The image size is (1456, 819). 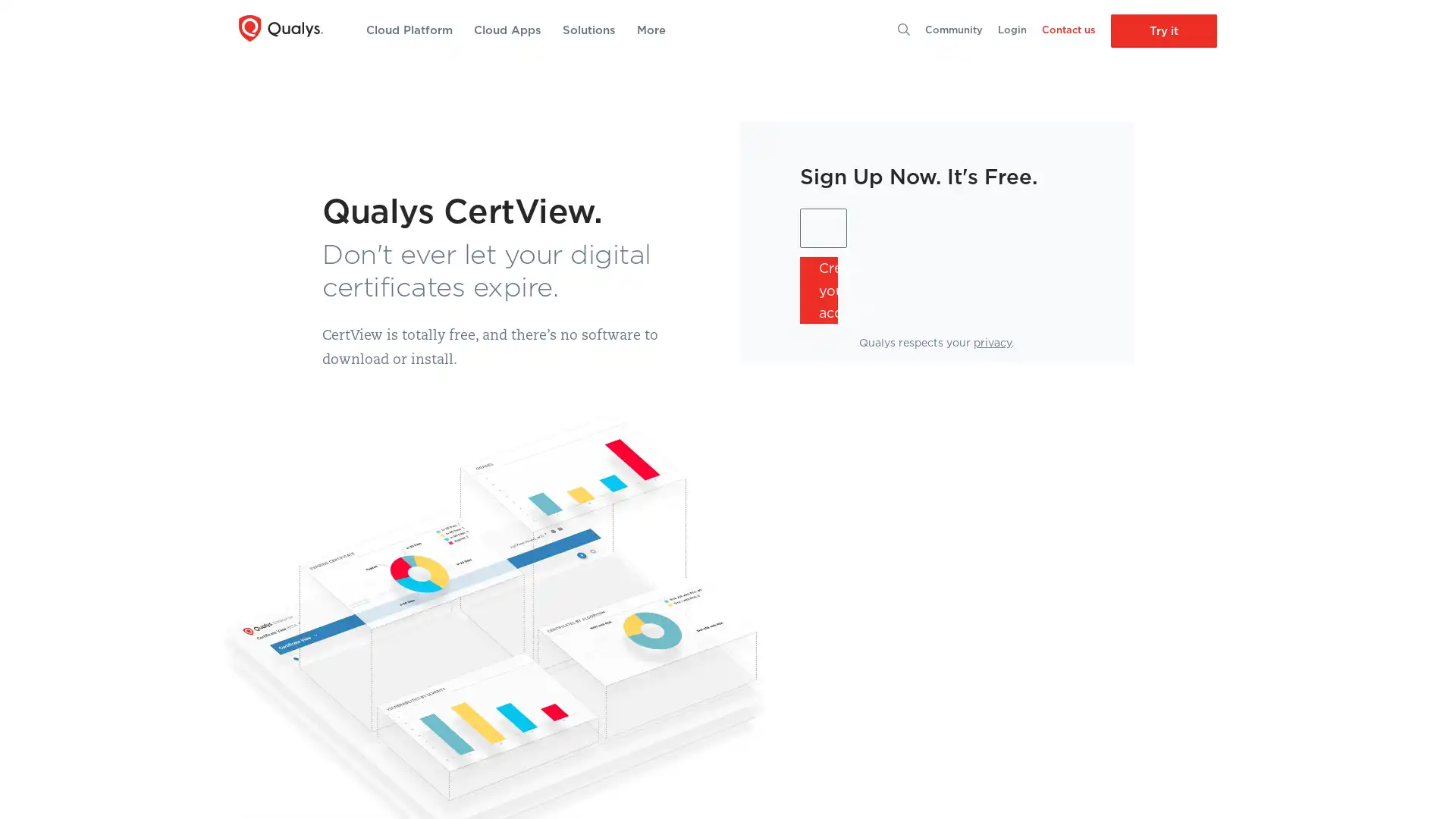 What do you see at coordinates (818, 290) in the screenshot?
I see `Create your account` at bounding box center [818, 290].